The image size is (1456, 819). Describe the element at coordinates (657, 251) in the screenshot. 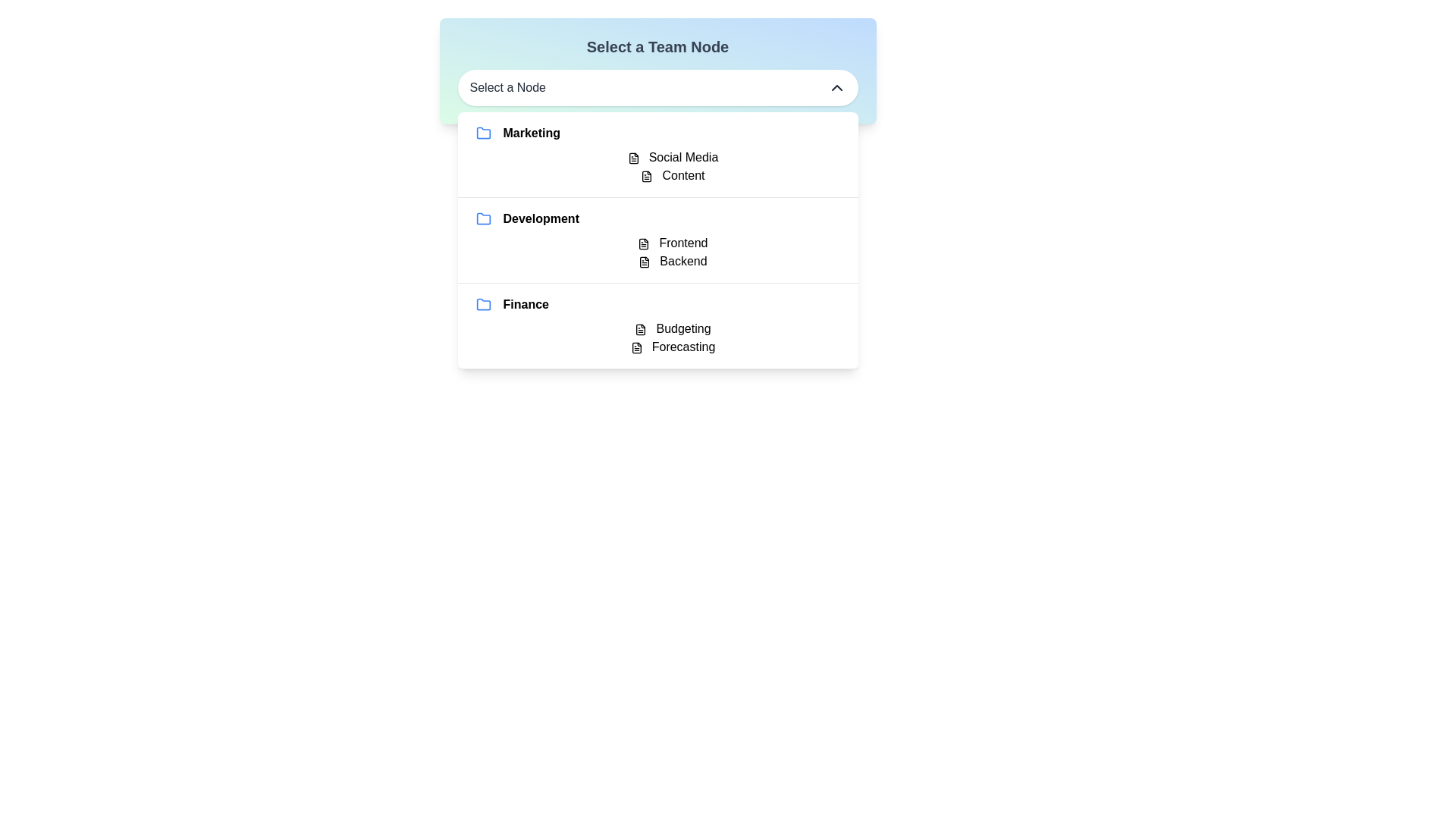

I see `the Text Label located in the 'Development' section, which provides information about a node in the interface, situated between 'Marketing' and 'Finance'` at that location.